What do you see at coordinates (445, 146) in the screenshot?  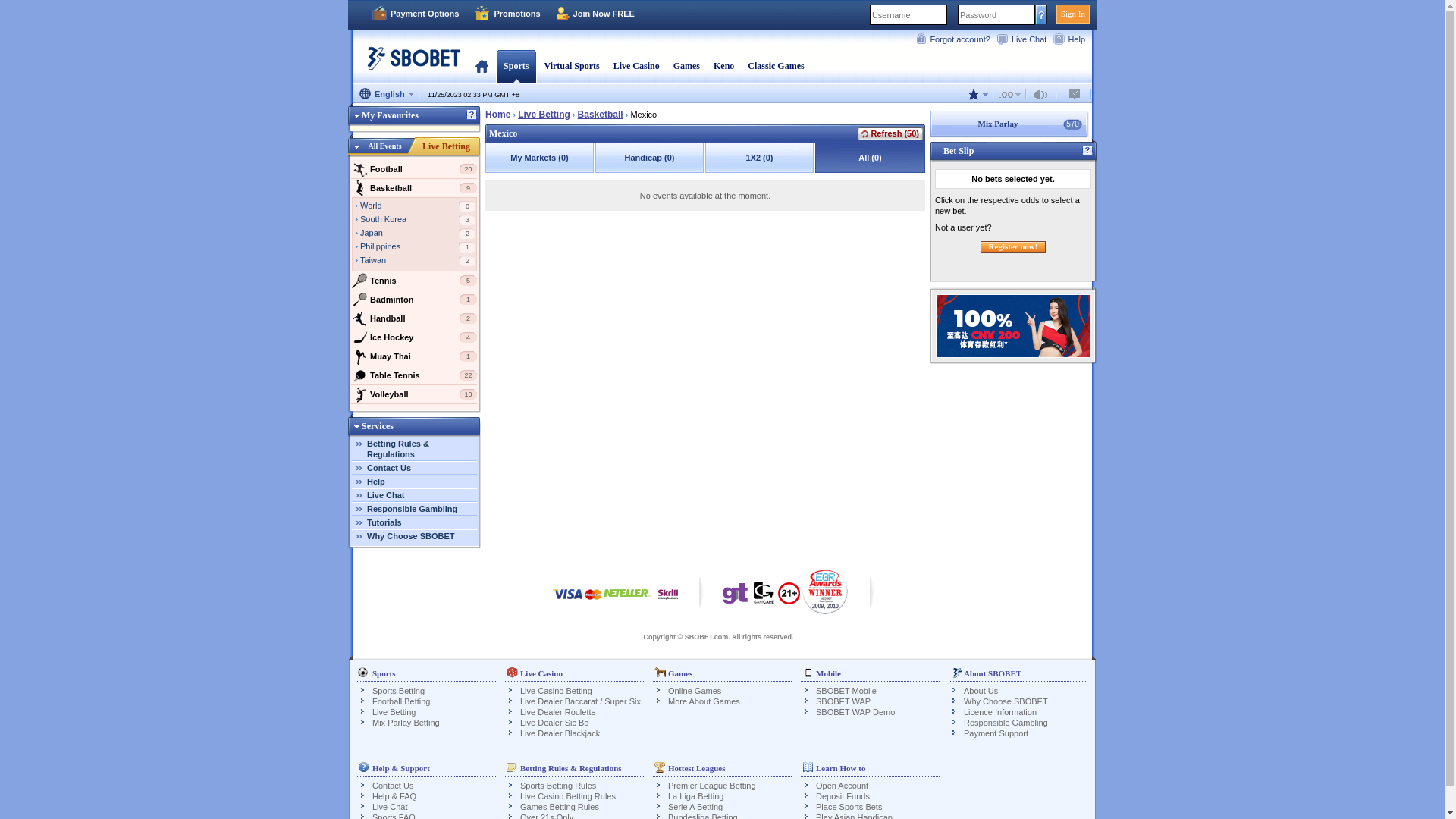 I see `'Live Betting'` at bounding box center [445, 146].